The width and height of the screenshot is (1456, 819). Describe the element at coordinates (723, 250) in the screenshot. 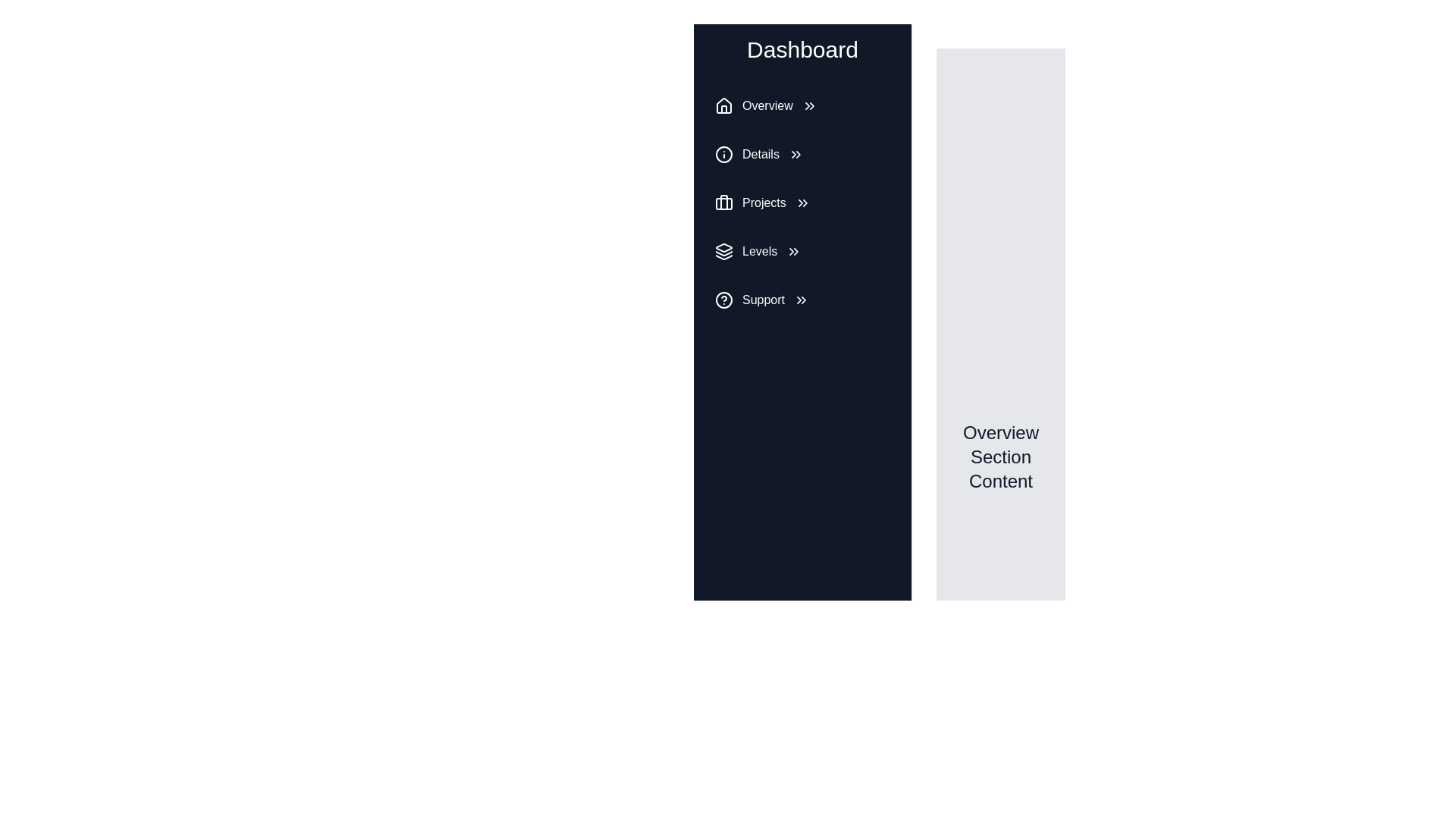

I see `the 'Levels' icon in the navigation menu` at that location.